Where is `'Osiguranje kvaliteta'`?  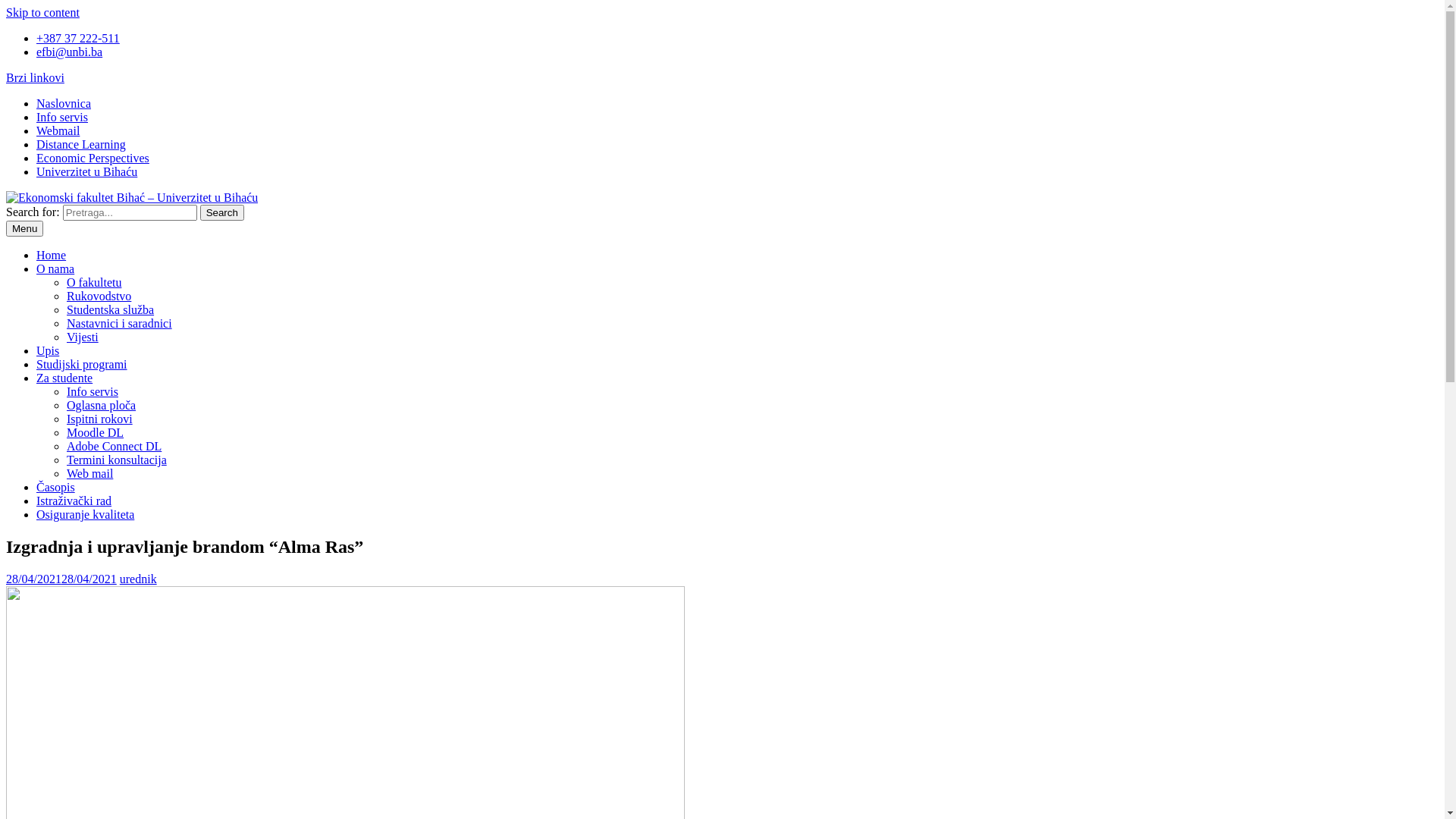
'Osiguranje kvaliteta' is located at coordinates (84, 513).